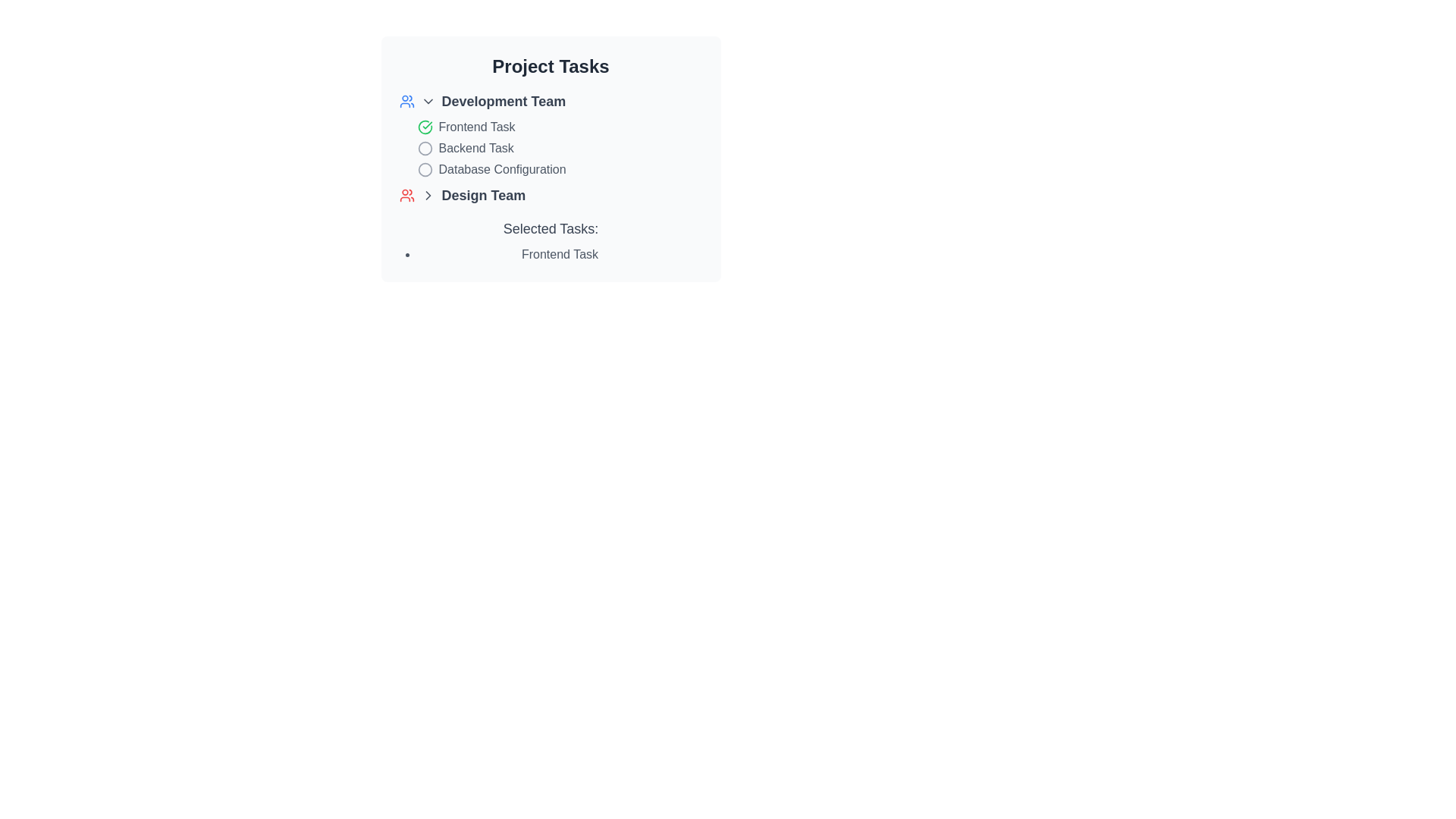  I want to click on the circular outline graphical element that is the innermost circle in the group under the 'Database Configuration' label, so click(425, 149).